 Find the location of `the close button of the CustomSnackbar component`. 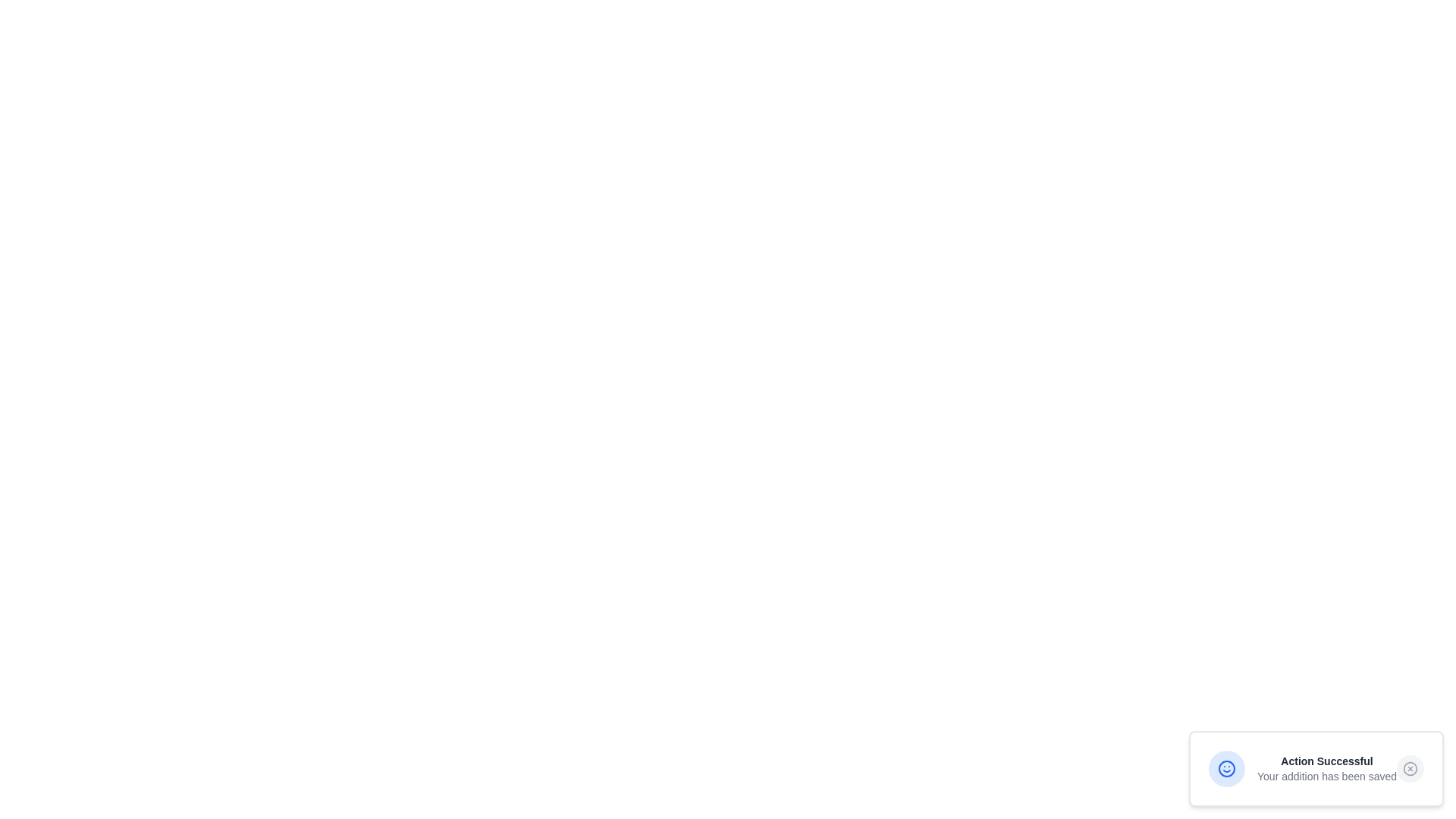

the close button of the CustomSnackbar component is located at coordinates (1410, 769).